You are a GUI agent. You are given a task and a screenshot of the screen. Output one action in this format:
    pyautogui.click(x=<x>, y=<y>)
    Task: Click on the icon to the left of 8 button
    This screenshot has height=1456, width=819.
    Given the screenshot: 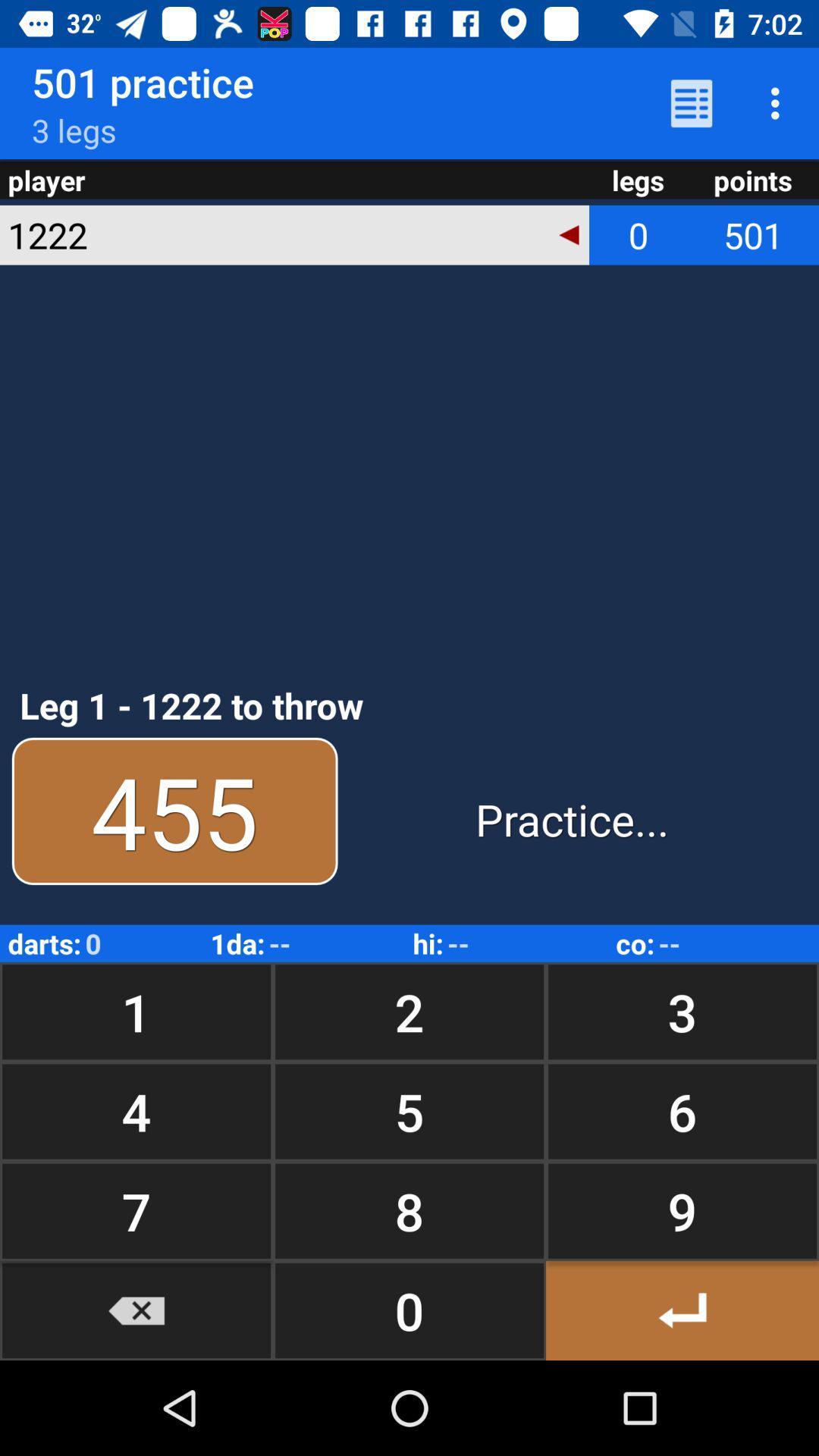 What is the action you would take?
    pyautogui.click(x=136, y=1310)
    